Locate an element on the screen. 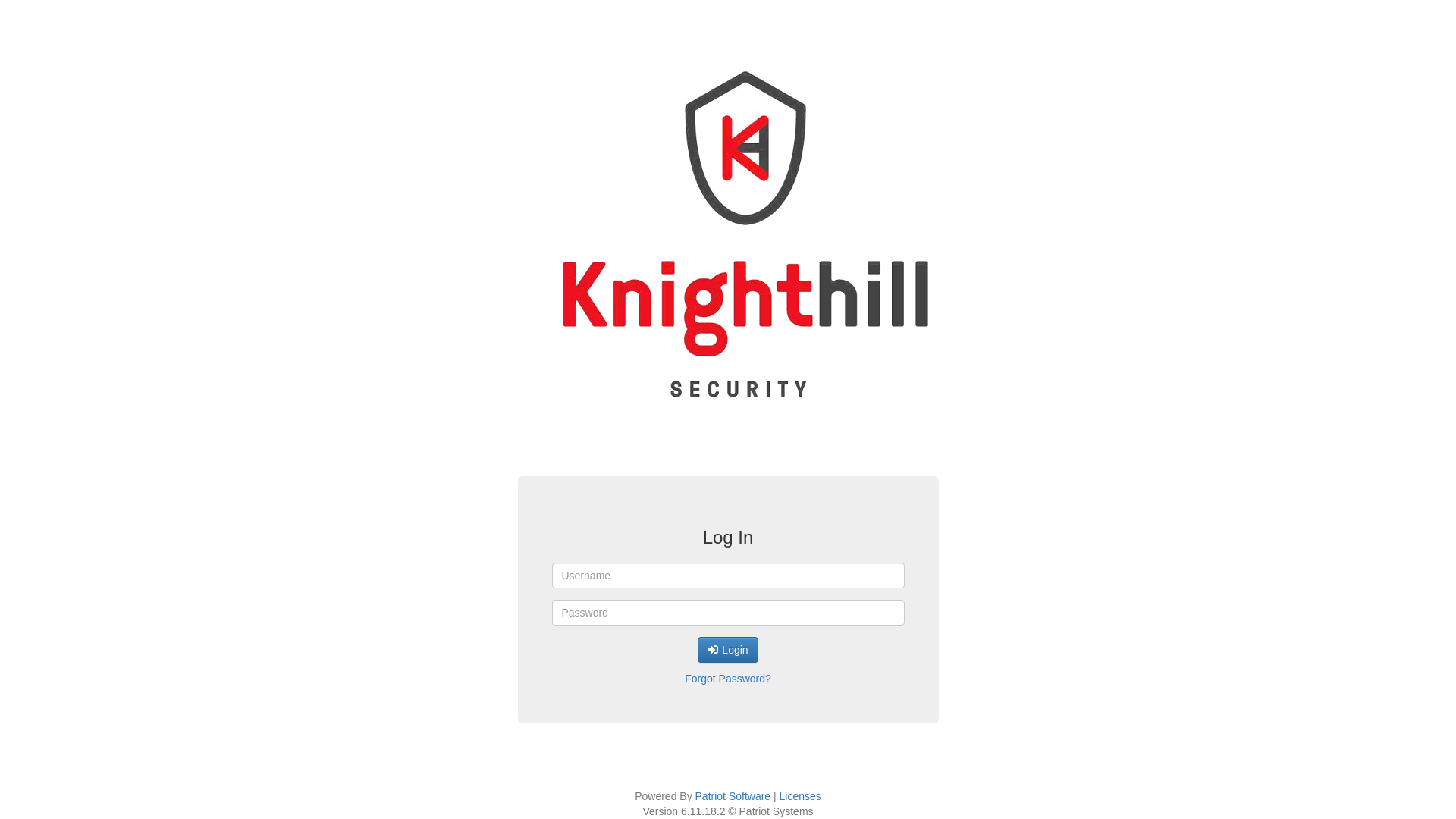 Image resolution: width=1456 pixels, height=819 pixels. 'Forgot Password?' is located at coordinates (726, 677).